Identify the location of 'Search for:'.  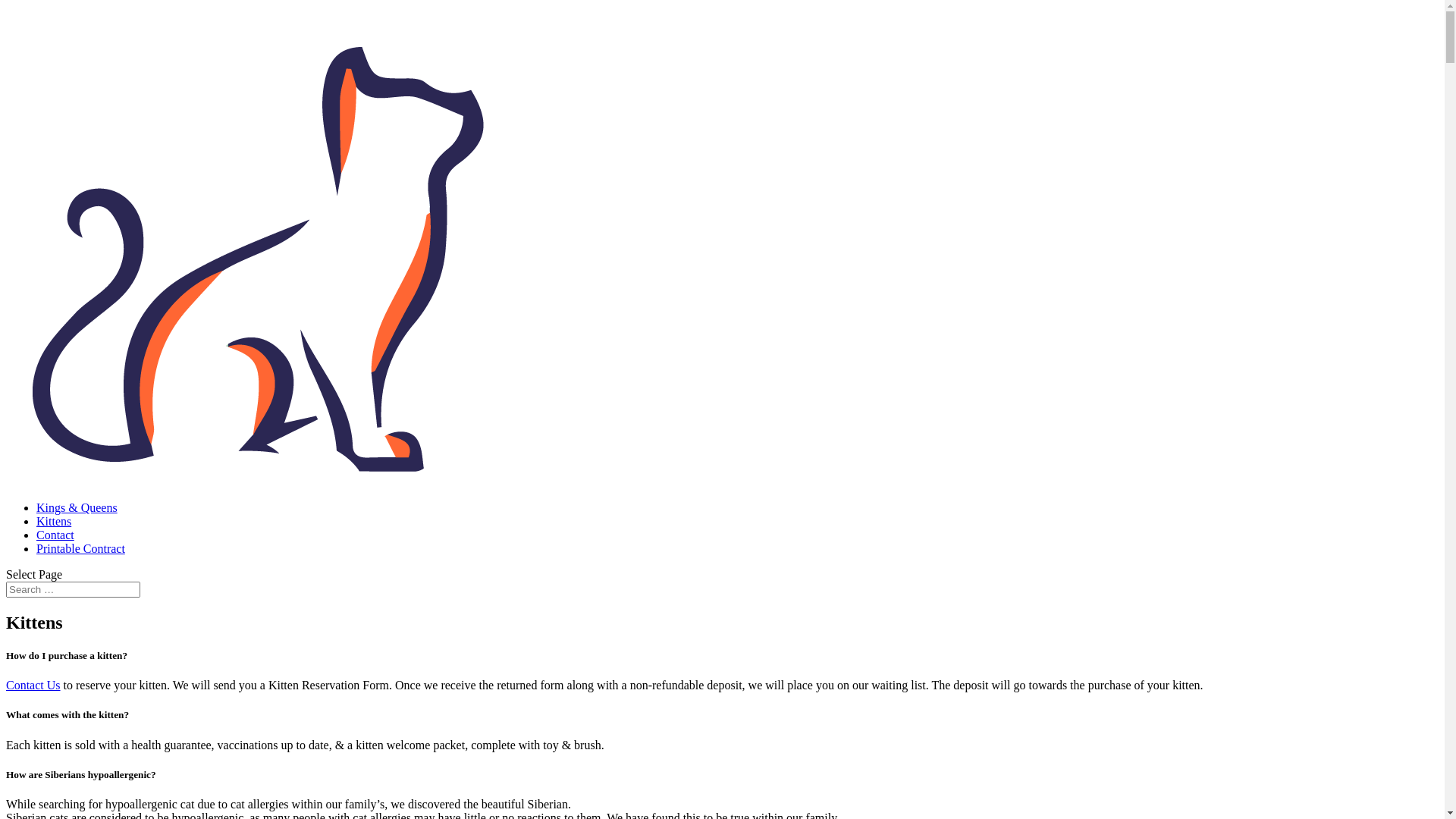
(72, 588).